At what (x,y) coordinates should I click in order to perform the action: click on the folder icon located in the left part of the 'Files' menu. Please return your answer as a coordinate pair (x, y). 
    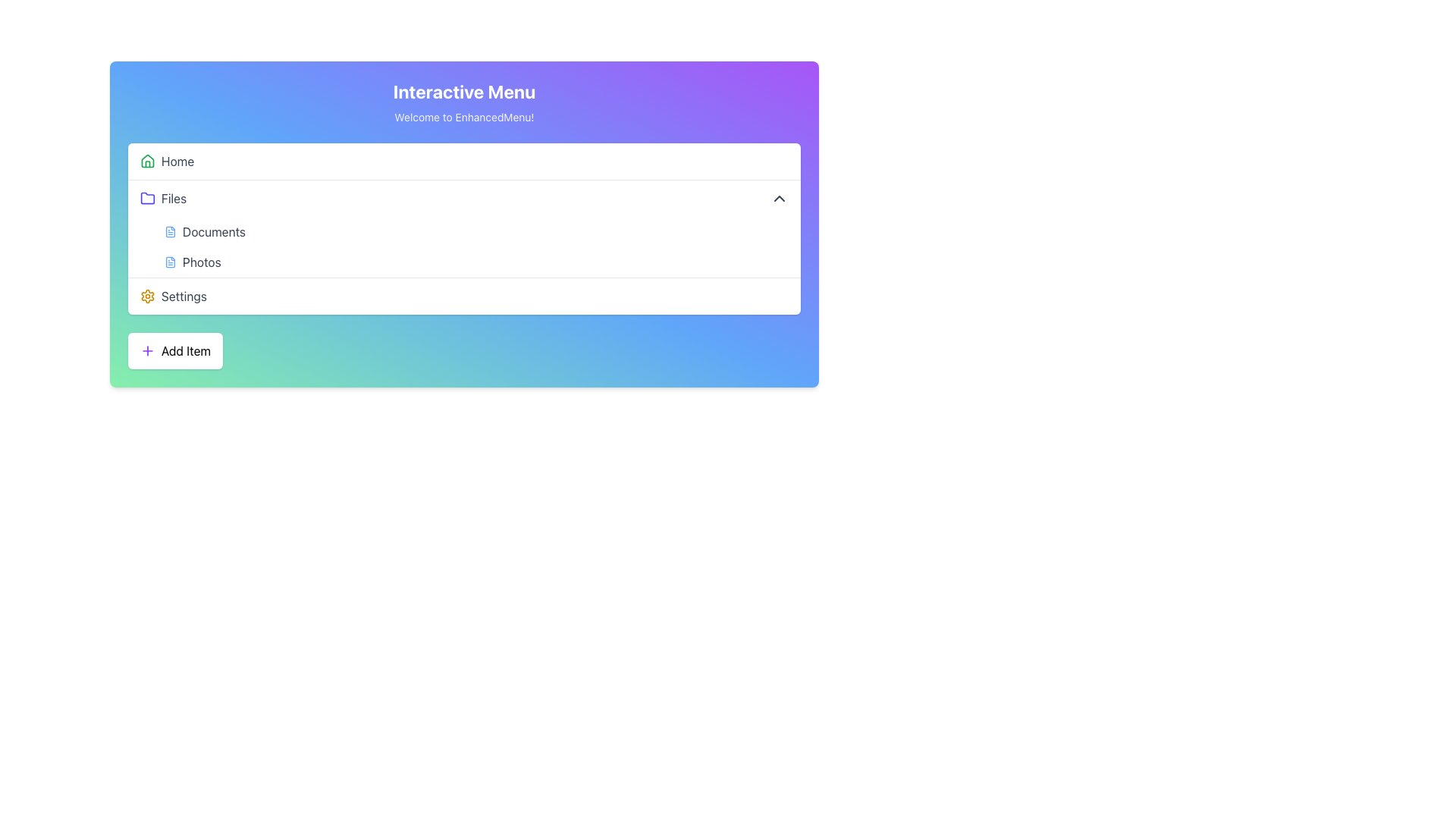
    Looking at the image, I should click on (148, 198).